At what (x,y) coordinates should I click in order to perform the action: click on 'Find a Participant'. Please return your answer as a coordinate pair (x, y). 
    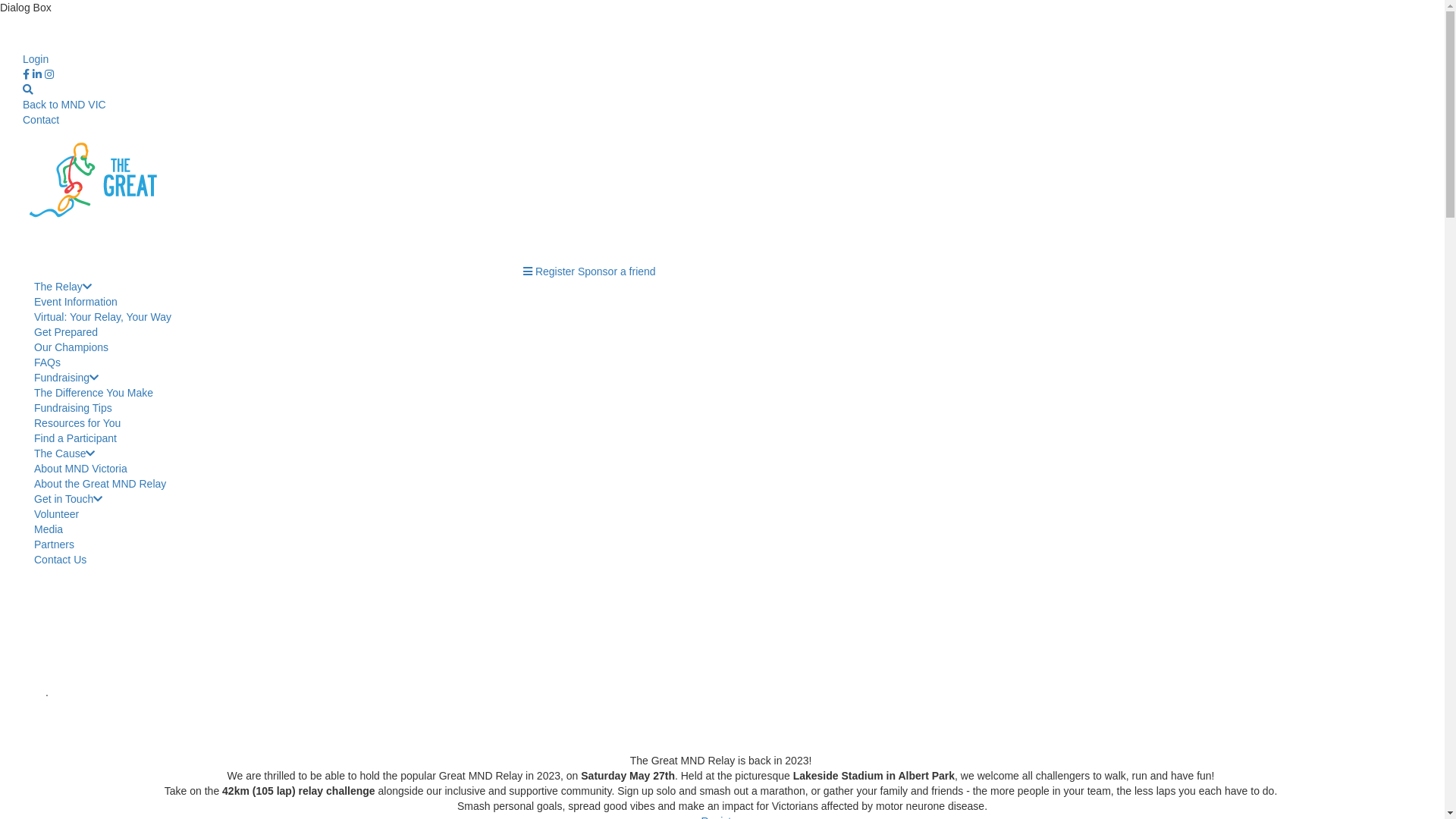
    Looking at the image, I should click on (74, 438).